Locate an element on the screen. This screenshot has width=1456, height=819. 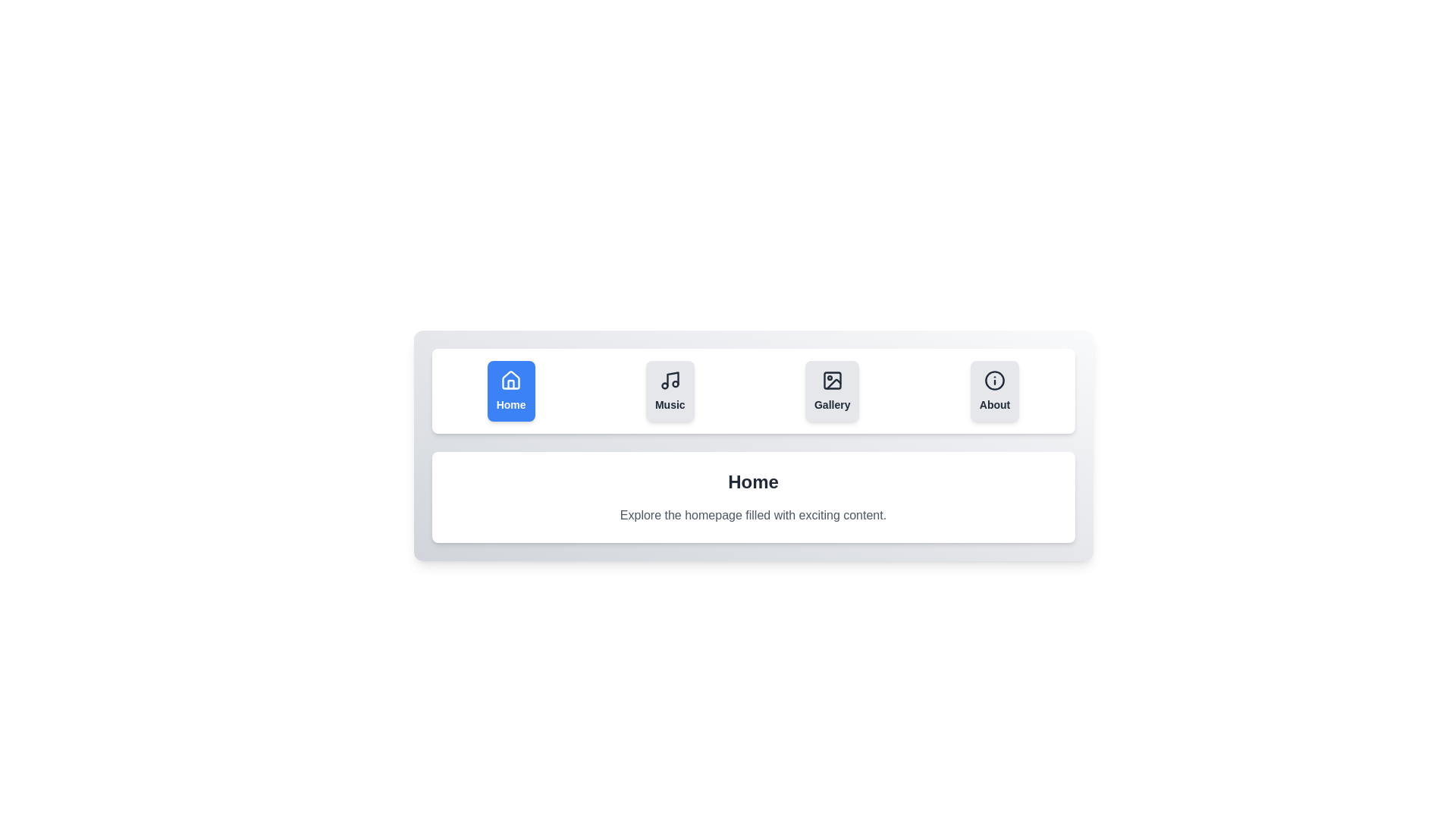
the Music tab to switch to it is located at coordinates (669, 391).